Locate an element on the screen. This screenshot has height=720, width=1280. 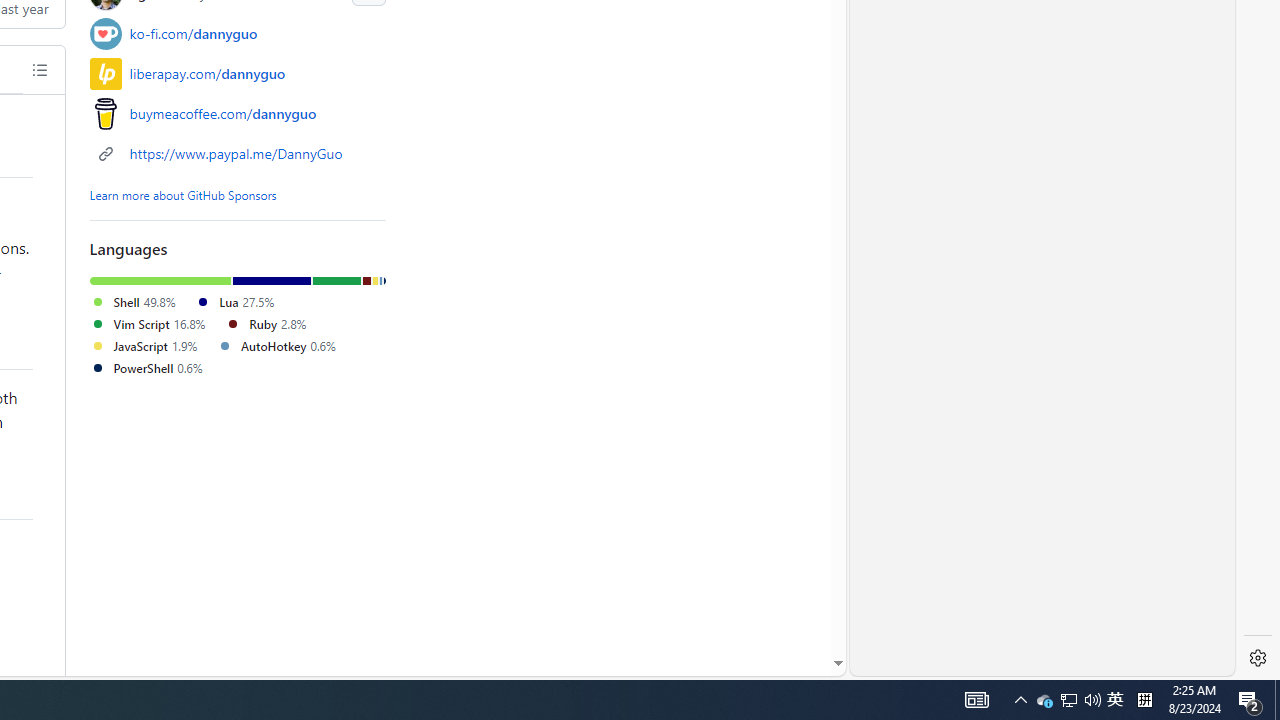
'buymeacoffee.com/dannyguo' is located at coordinates (223, 113).